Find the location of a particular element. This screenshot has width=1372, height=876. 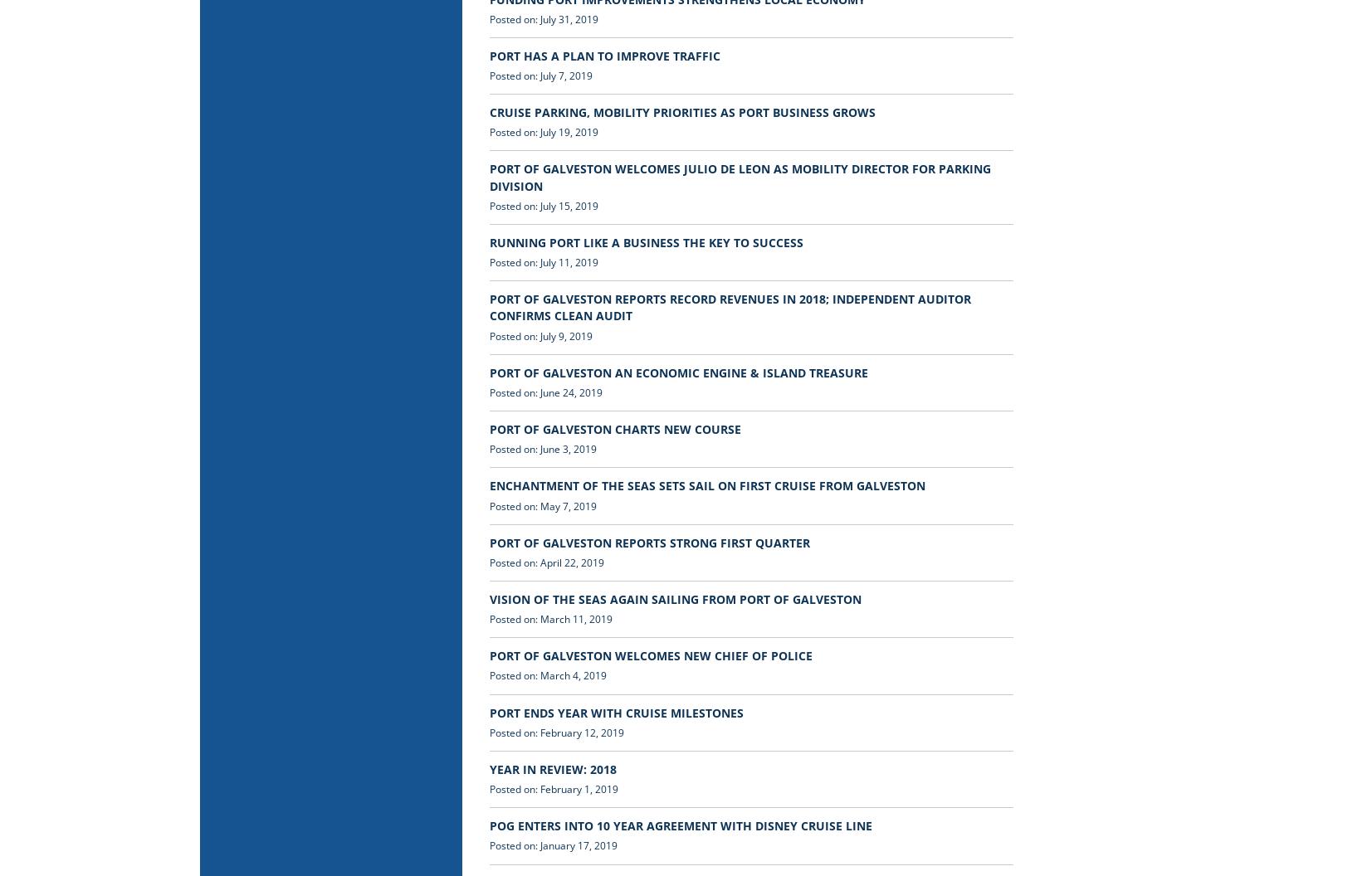

'Posted on: July 15, 2019' is located at coordinates (543, 204).